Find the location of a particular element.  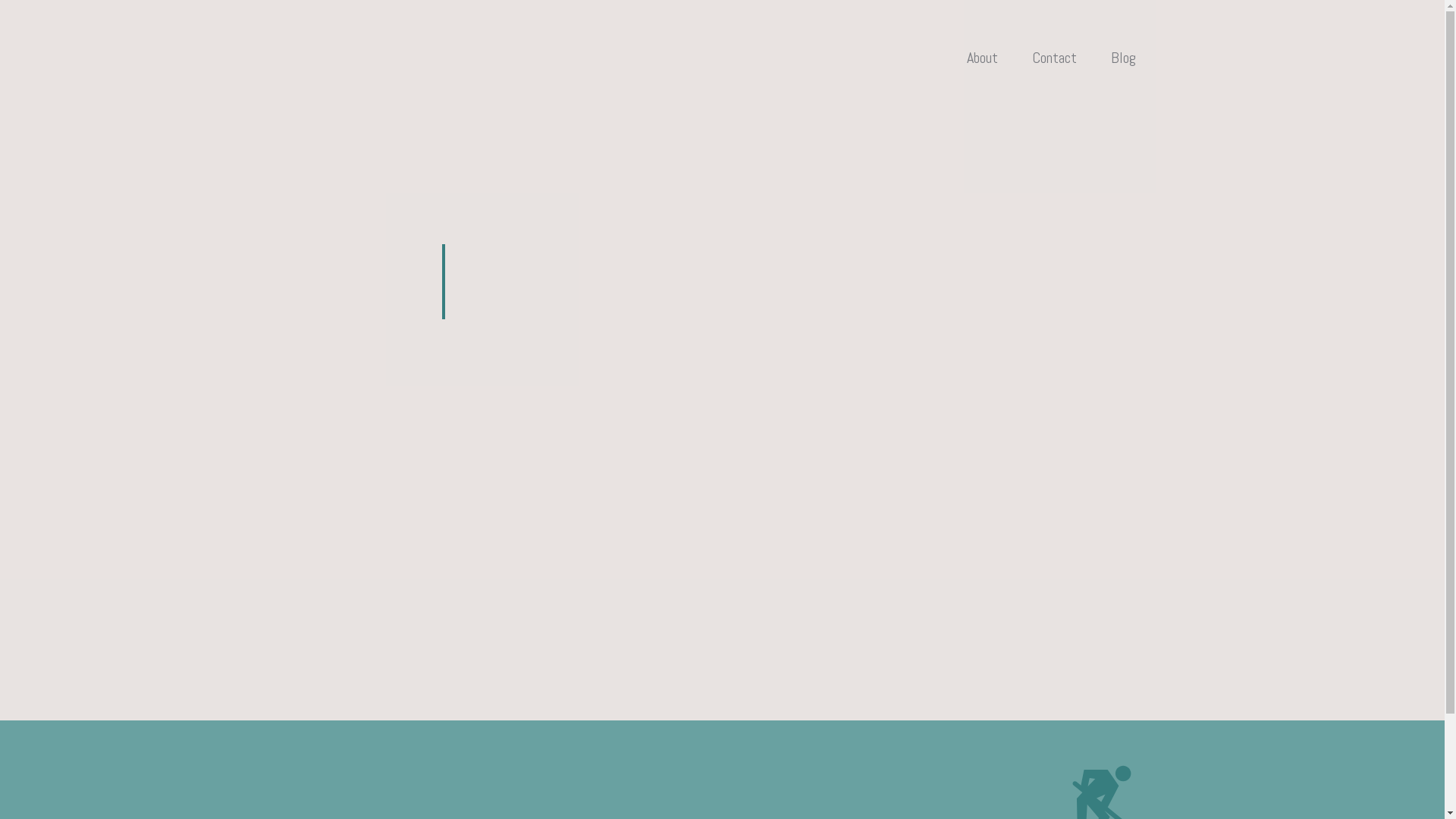

'Contact' is located at coordinates (1053, 57).